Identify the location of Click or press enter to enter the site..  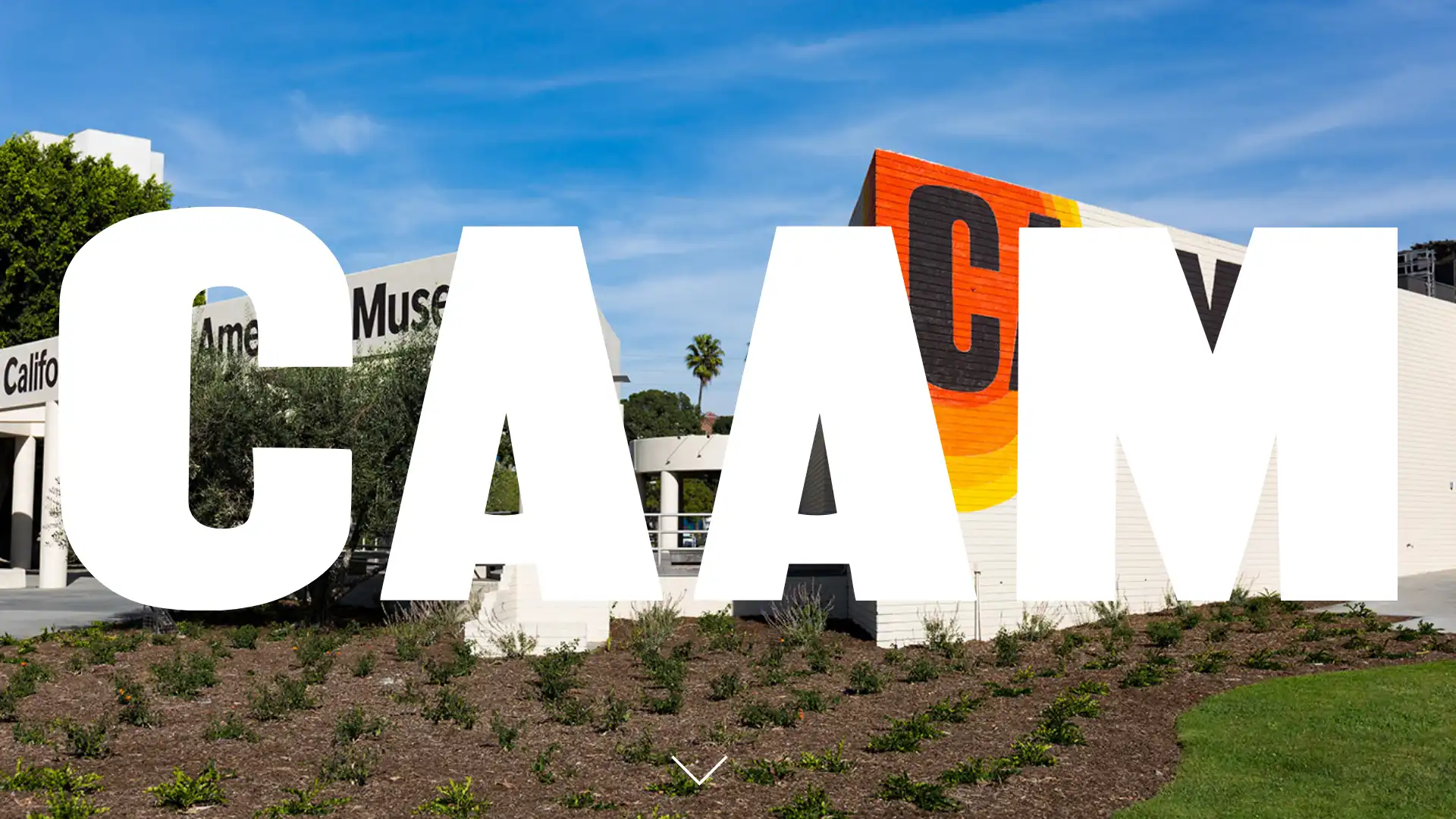
(698, 770).